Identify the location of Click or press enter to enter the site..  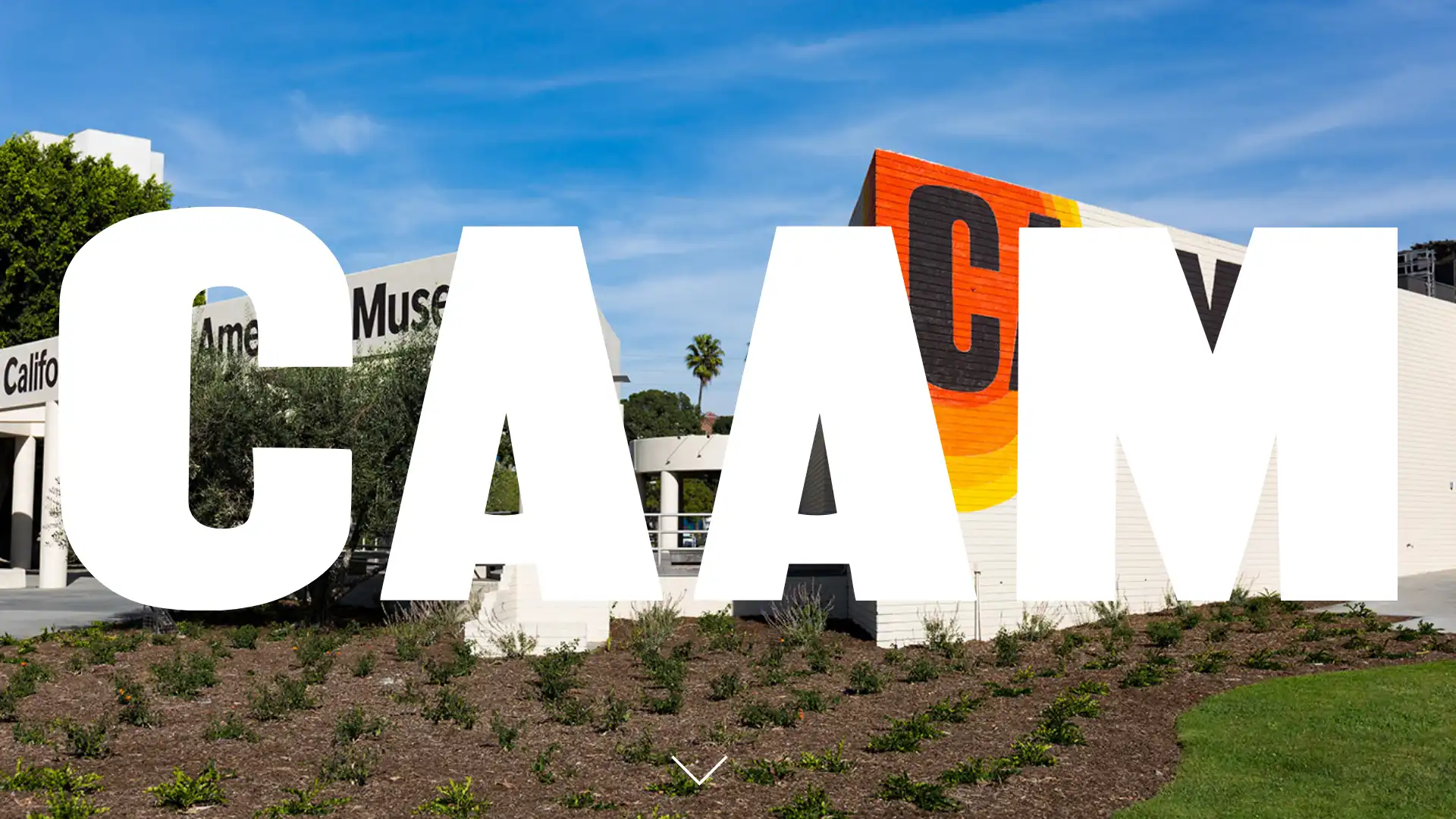
(698, 770).